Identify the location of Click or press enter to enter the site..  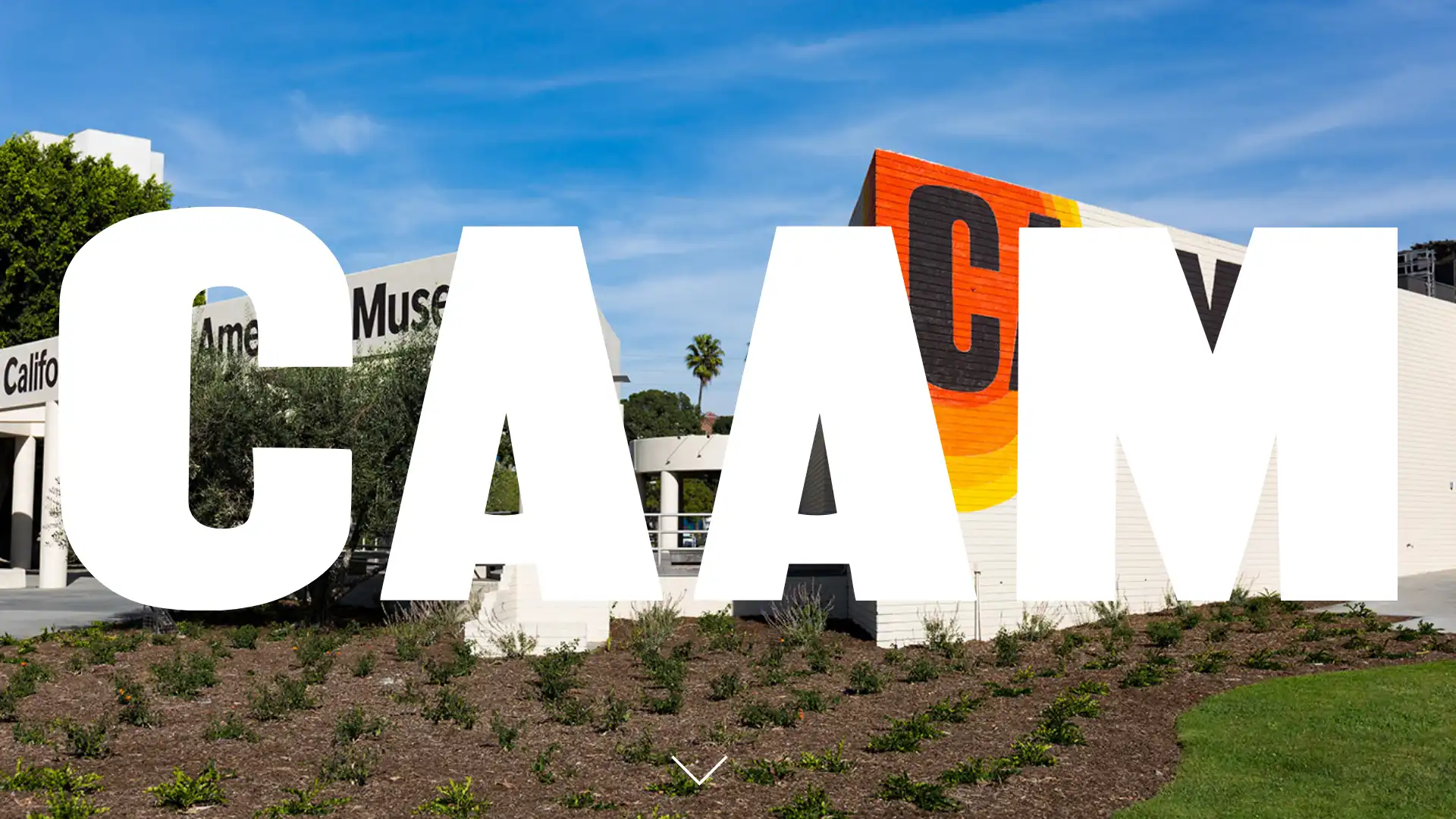
(698, 770).